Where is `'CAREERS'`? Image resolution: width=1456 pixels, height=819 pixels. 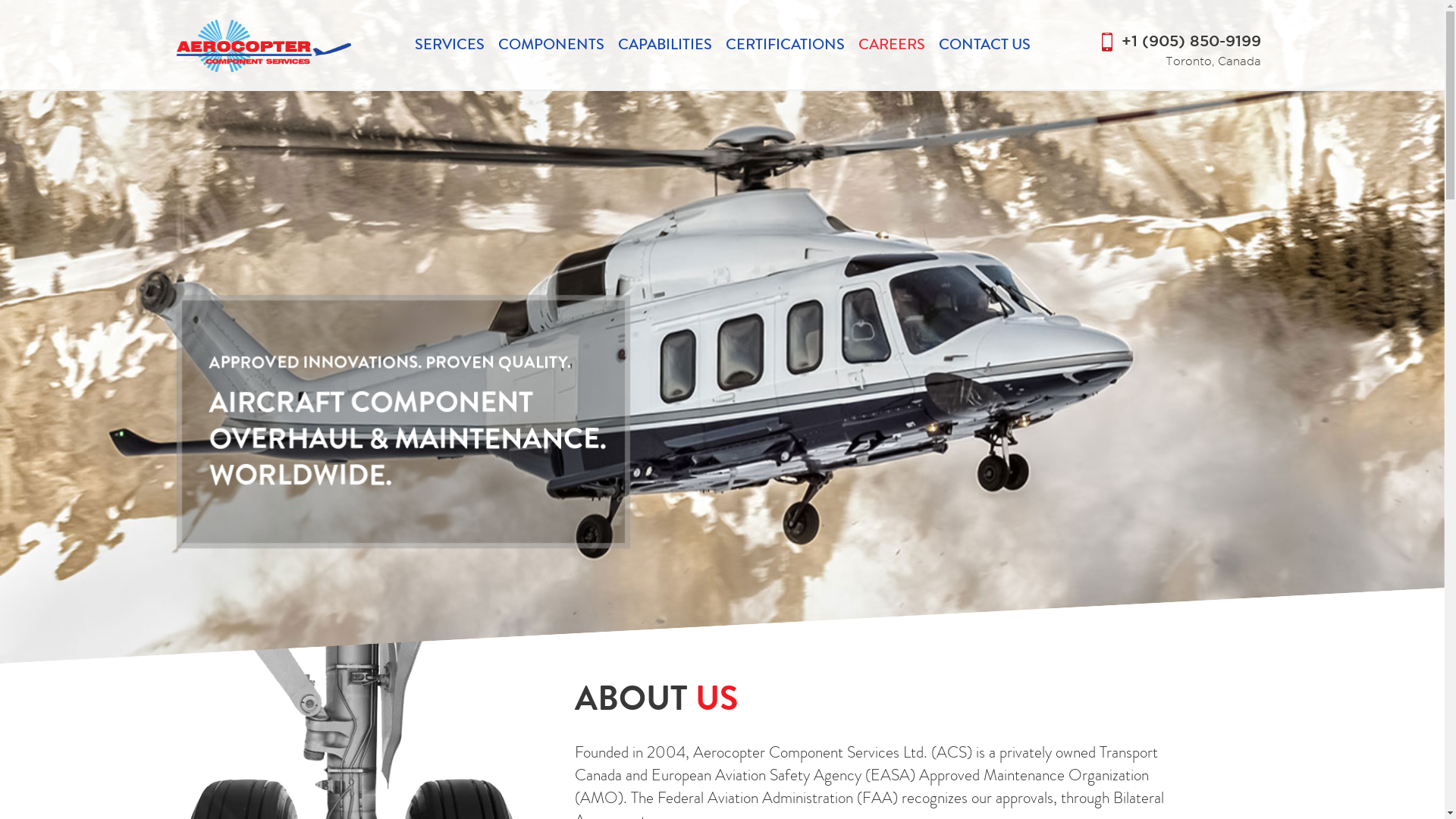
'CAREERS' is located at coordinates (892, 43).